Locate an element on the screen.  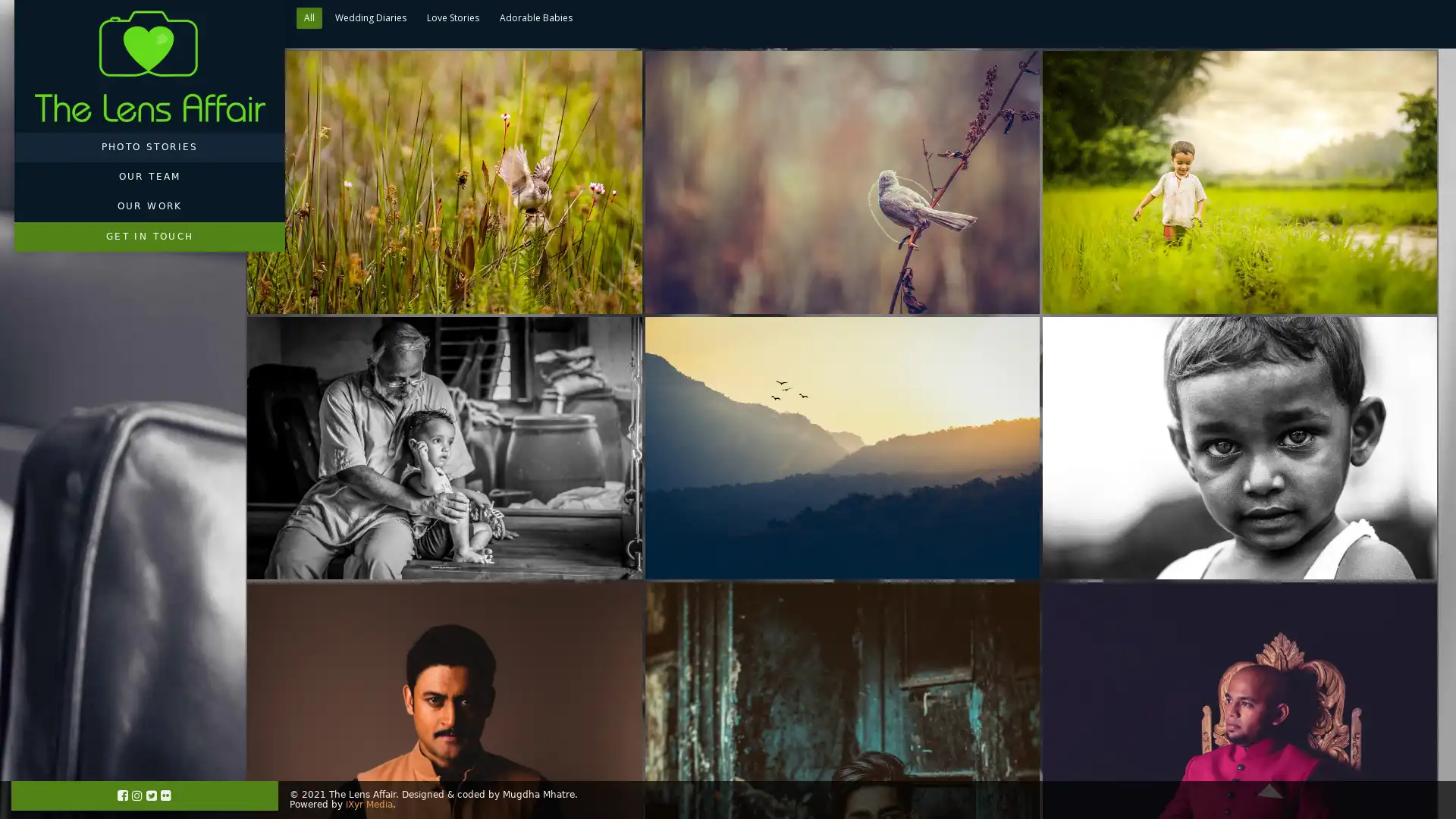
Adorable Babies is located at coordinates (535, 17).